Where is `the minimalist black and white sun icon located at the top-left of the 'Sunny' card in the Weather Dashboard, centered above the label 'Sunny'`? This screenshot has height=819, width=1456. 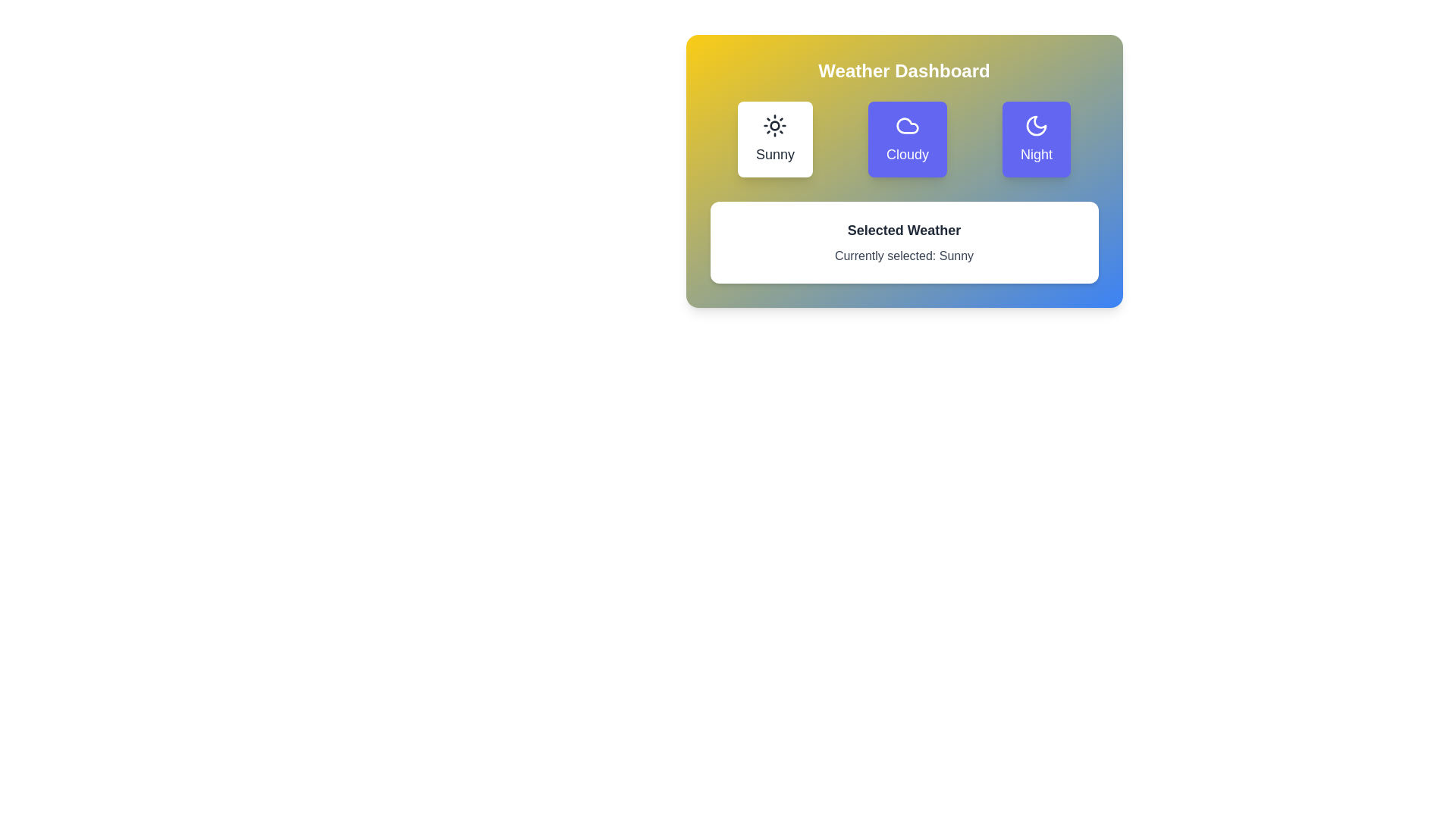
the minimalist black and white sun icon located at the top-left of the 'Sunny' card in the Weather Dashboard, centered above the label 'Sunny' is located at coordinates (775, 124).